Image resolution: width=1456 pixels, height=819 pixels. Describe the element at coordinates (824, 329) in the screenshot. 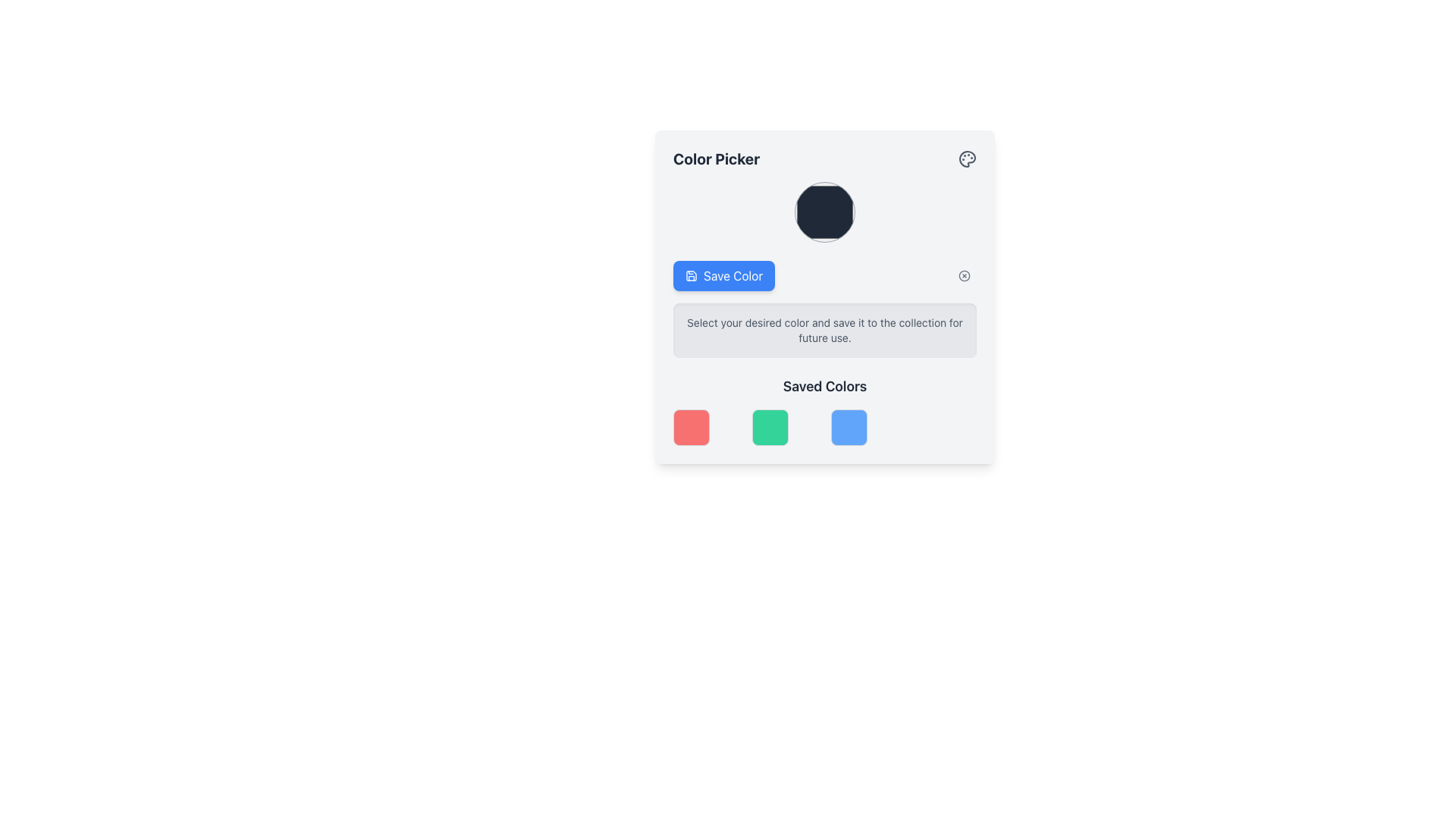

I see `the text block containing the instruction 'Select your desired color and save it to the collection for future use.' which is located below the blue 'Save Color' button` at that location.